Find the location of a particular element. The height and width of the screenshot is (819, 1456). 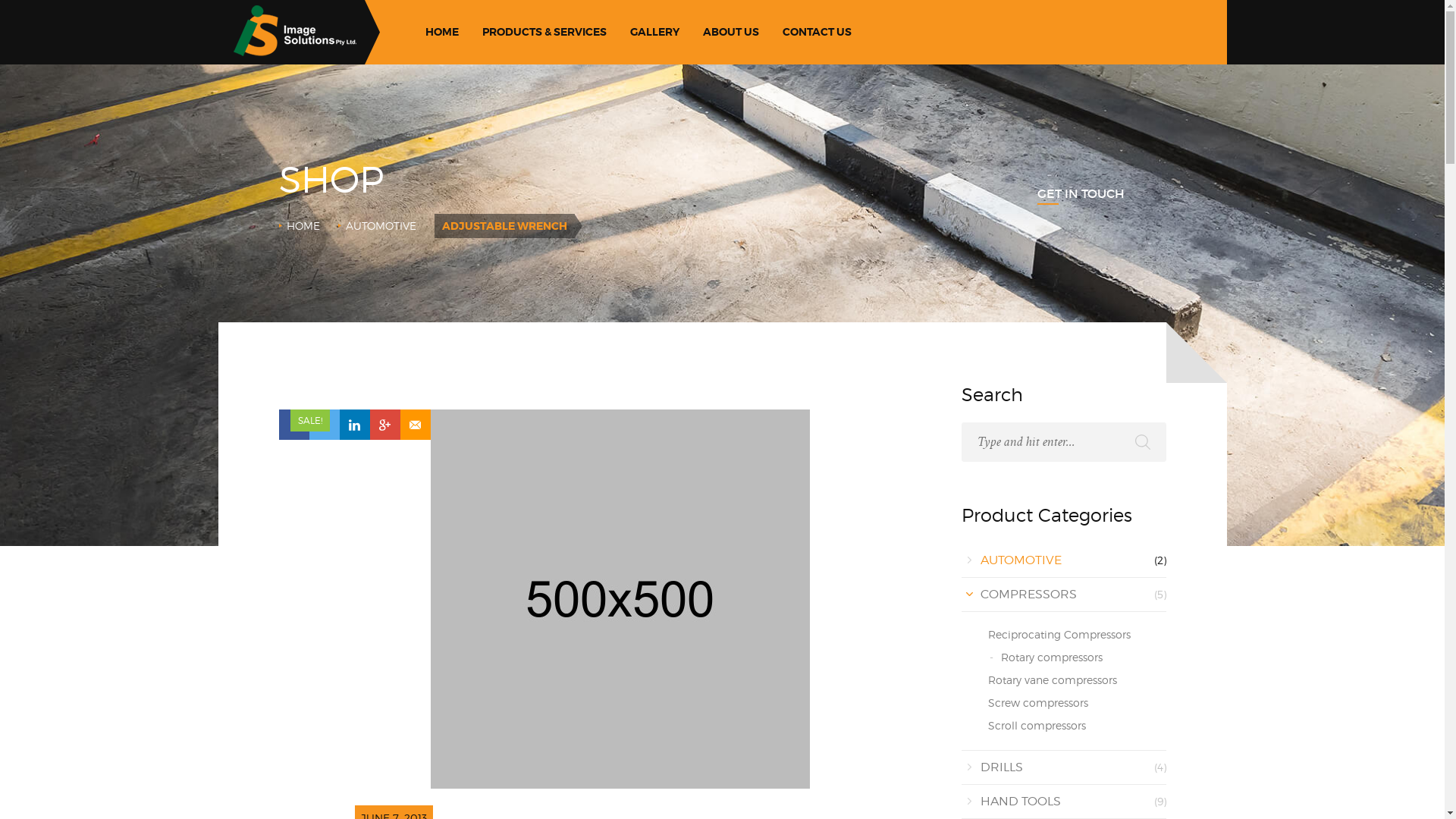

'COMPRESSORS' is located at coordinates (1028, 593).